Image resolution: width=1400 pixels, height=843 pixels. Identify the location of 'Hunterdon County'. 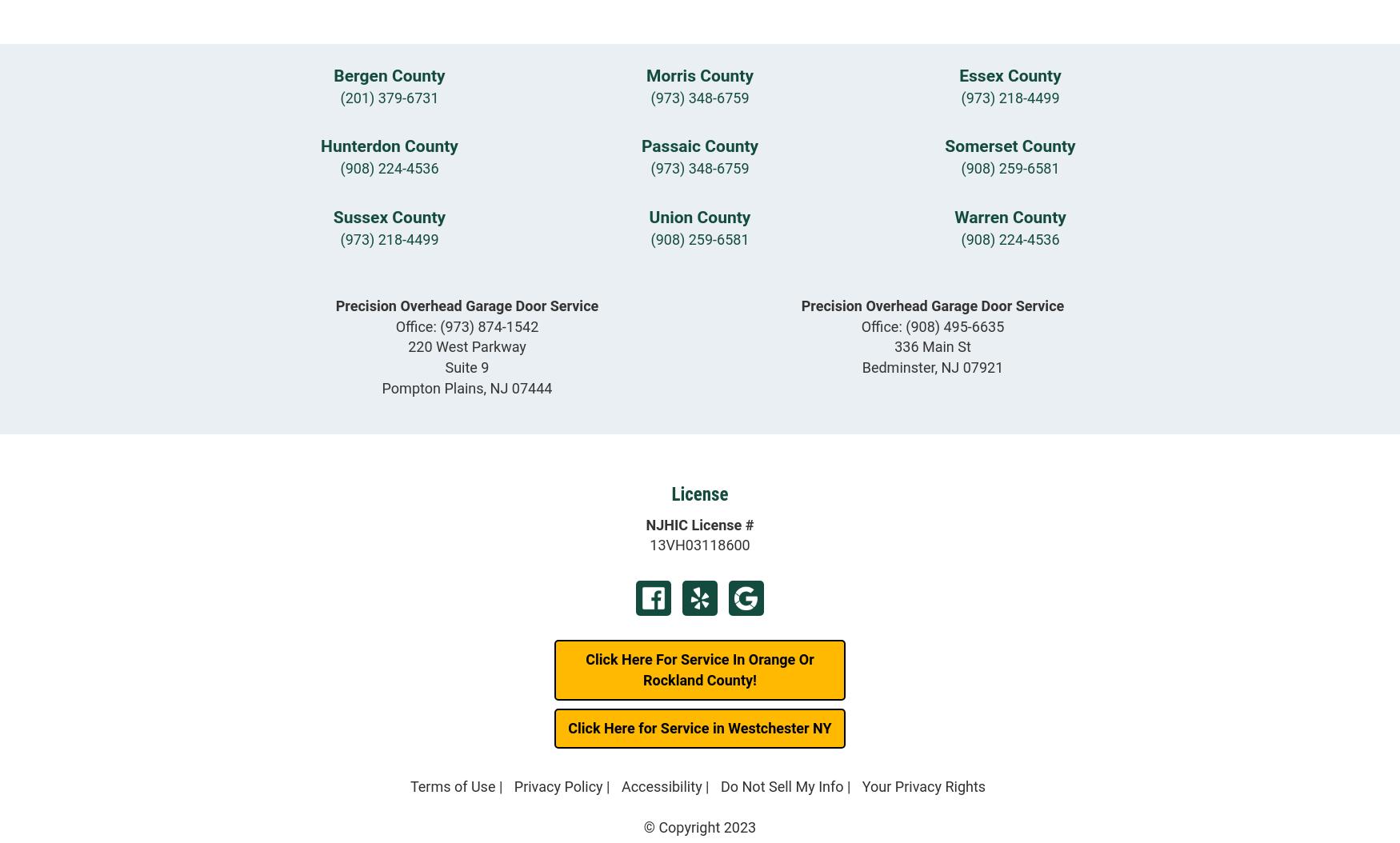
(389, 145).